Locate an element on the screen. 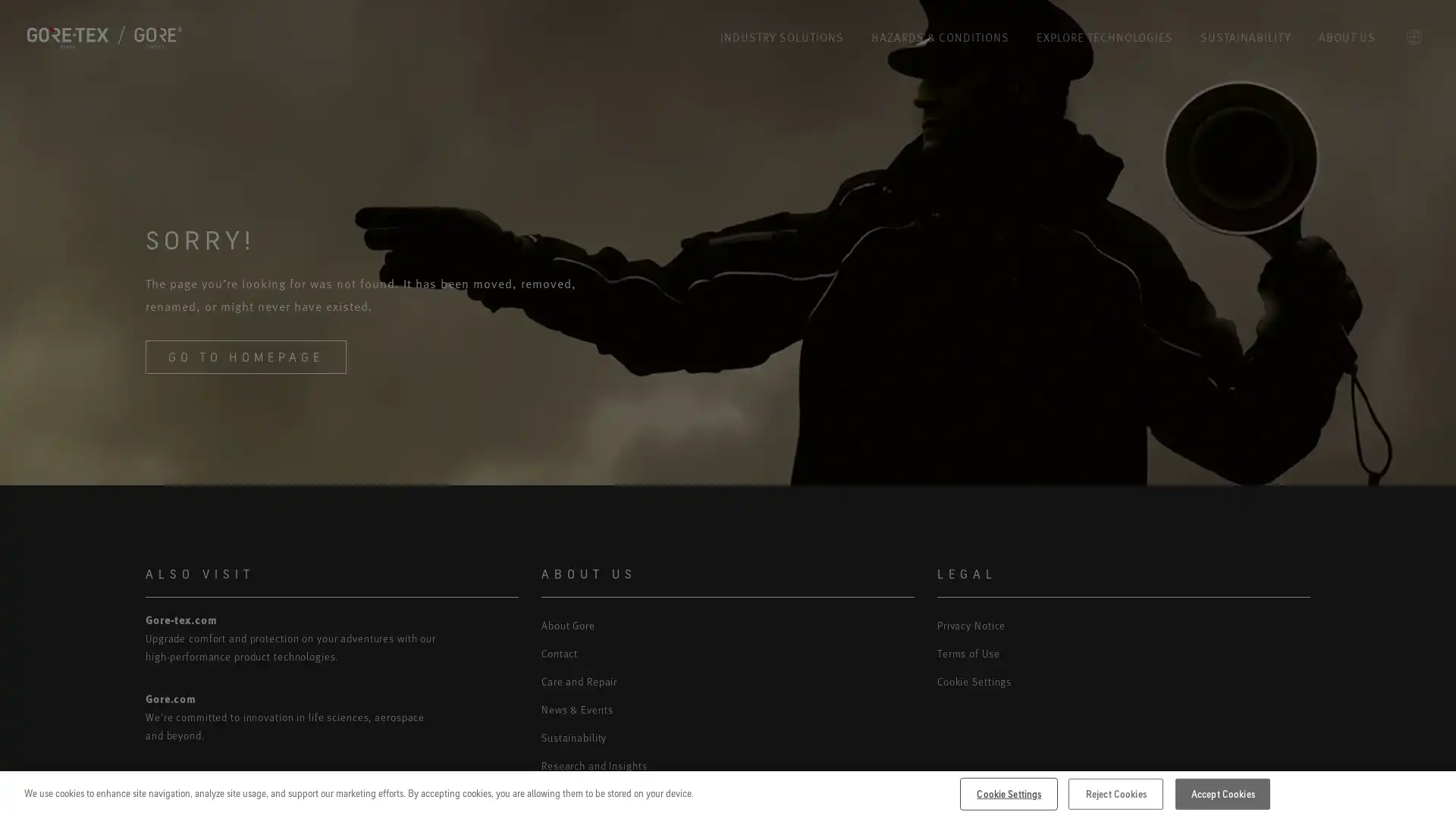 Image resolution: width=1456 pixels, height=819 pixels. Cookie Settings is located at coordinates (1009, 792).